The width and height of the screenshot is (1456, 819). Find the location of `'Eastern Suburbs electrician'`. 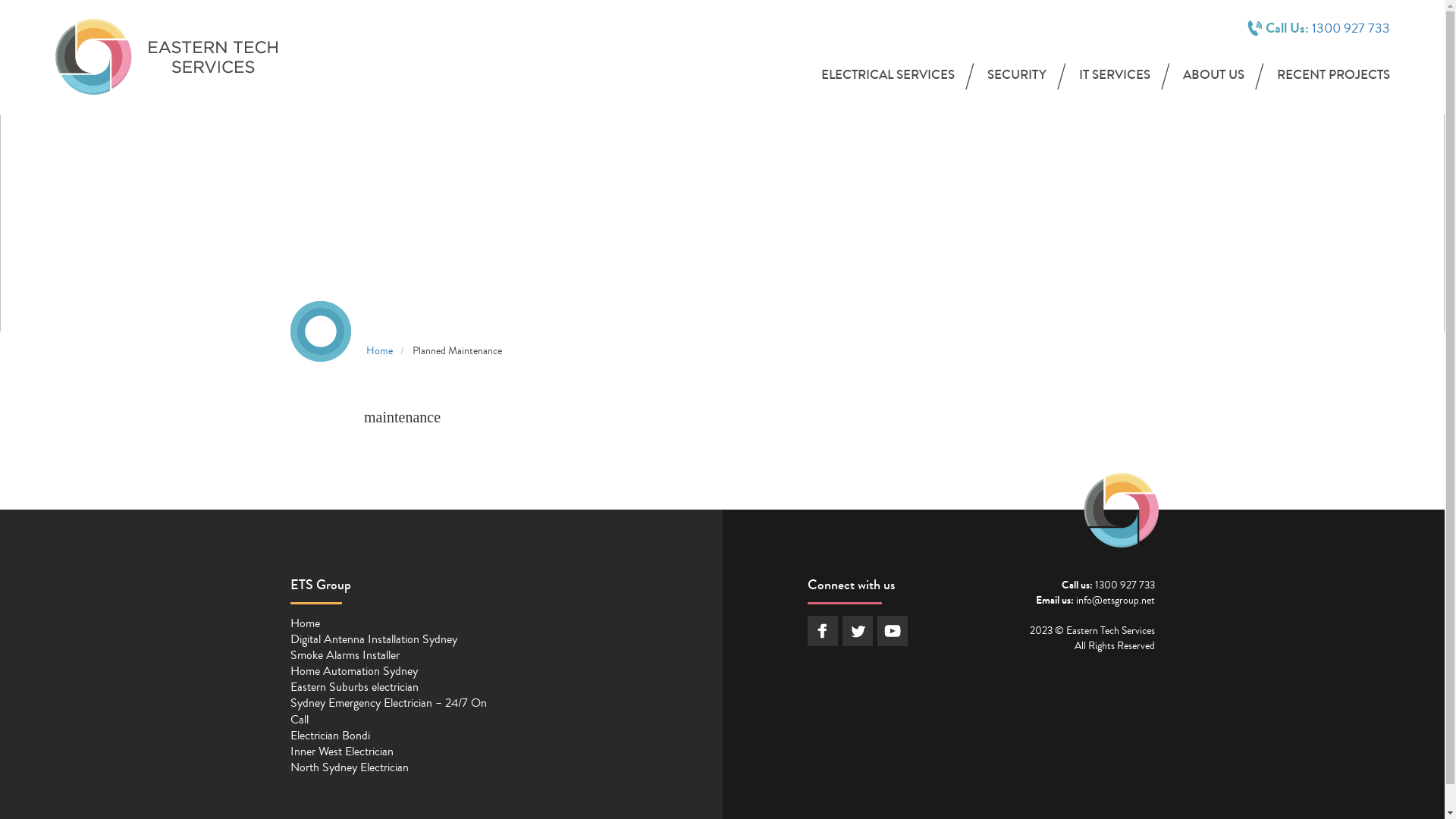

'Eastern Suburbs electrician' is located at coordinates (353, 687).